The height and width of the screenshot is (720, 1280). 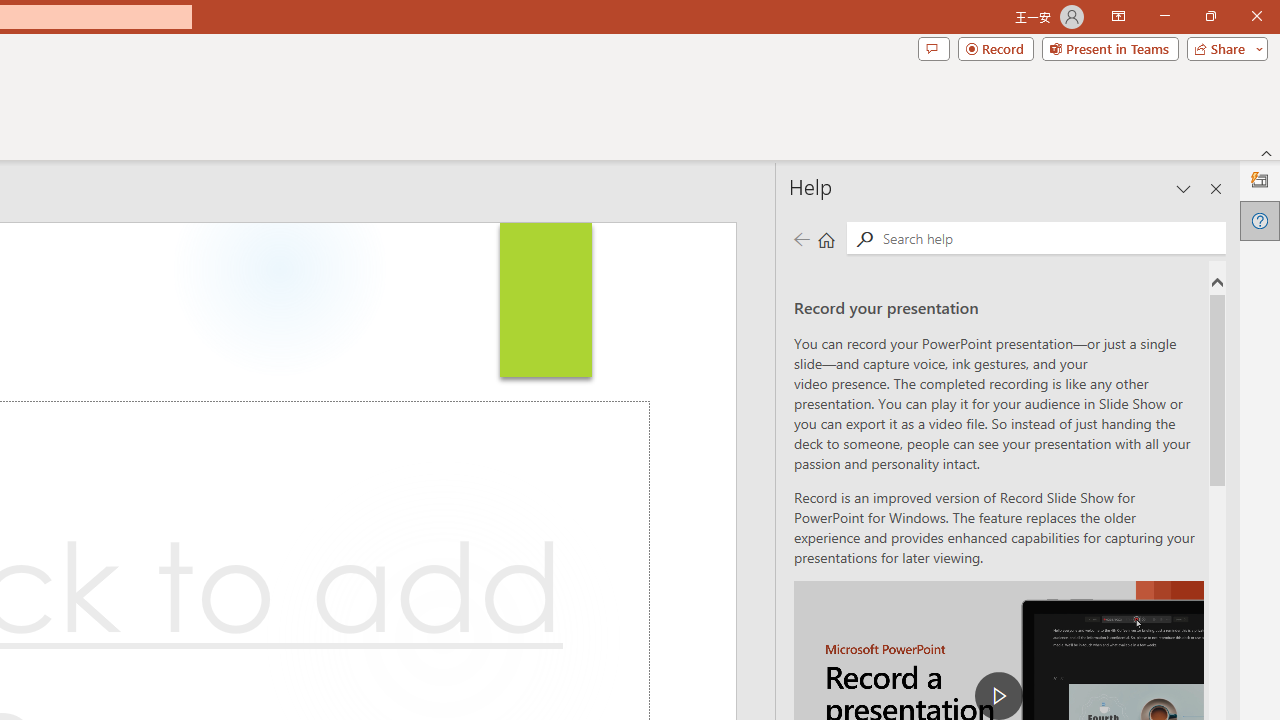 What do you see at coordinates (1209, 16) in the screenshot?
I see `'Restore Down'` at bounding box center [1209, 16].